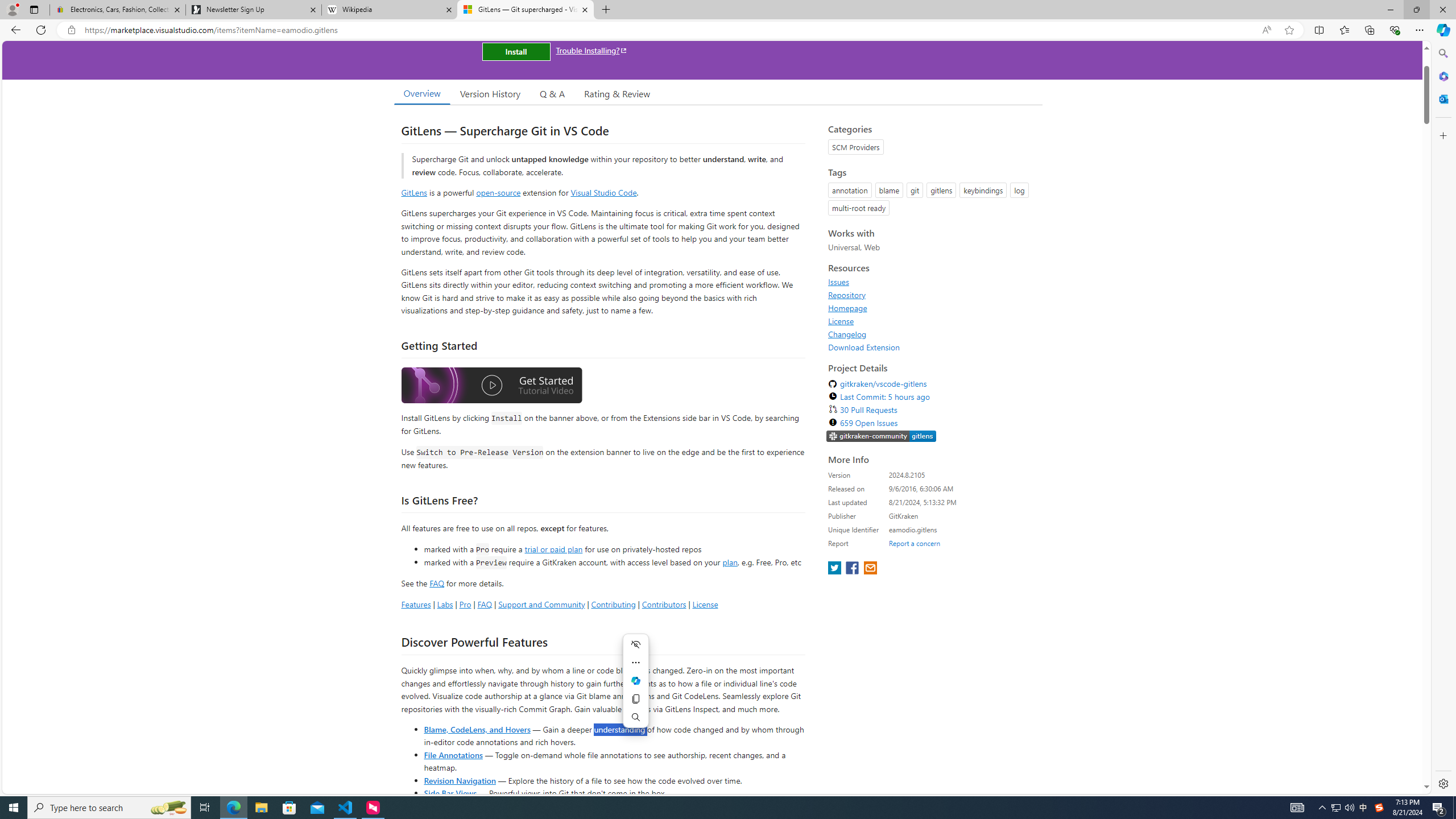 The width and height of the screenshot is (1456, 819). Describe the element at coordinates (635, 644) in the screenshot. I see `'Hide menu'` at that location.